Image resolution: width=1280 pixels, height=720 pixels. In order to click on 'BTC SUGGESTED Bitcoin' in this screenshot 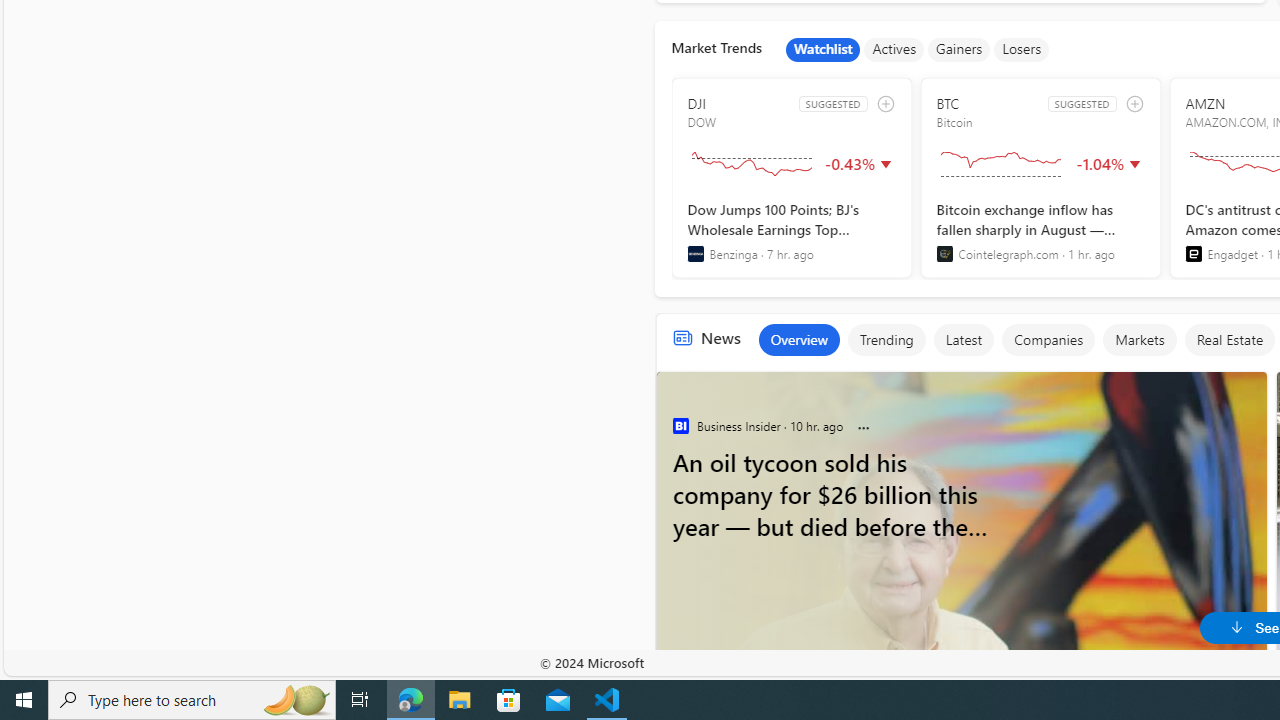, I will do `click(1040, 177)`.